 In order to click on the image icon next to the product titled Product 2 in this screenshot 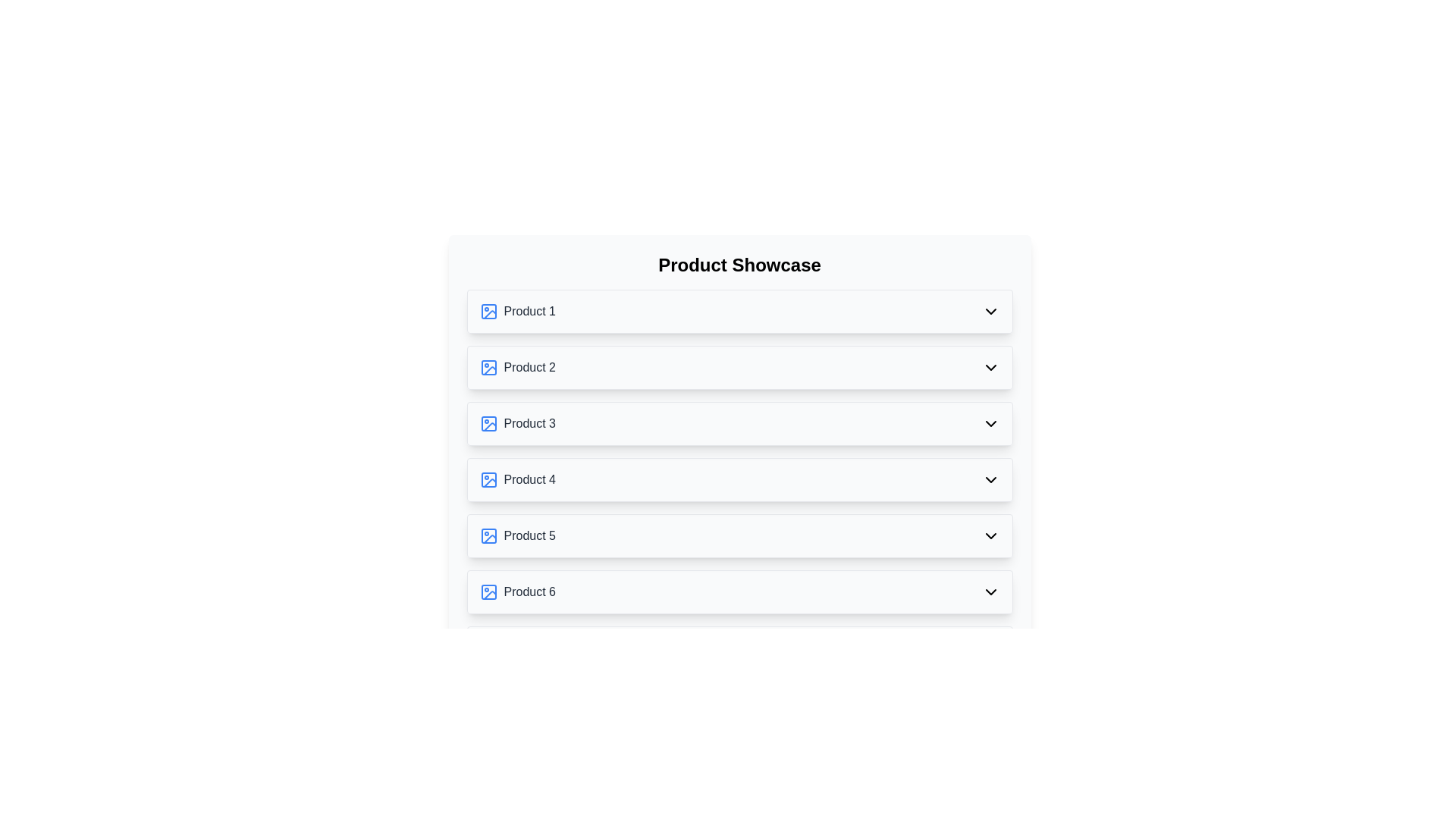, I will do `click(488, 368)`.